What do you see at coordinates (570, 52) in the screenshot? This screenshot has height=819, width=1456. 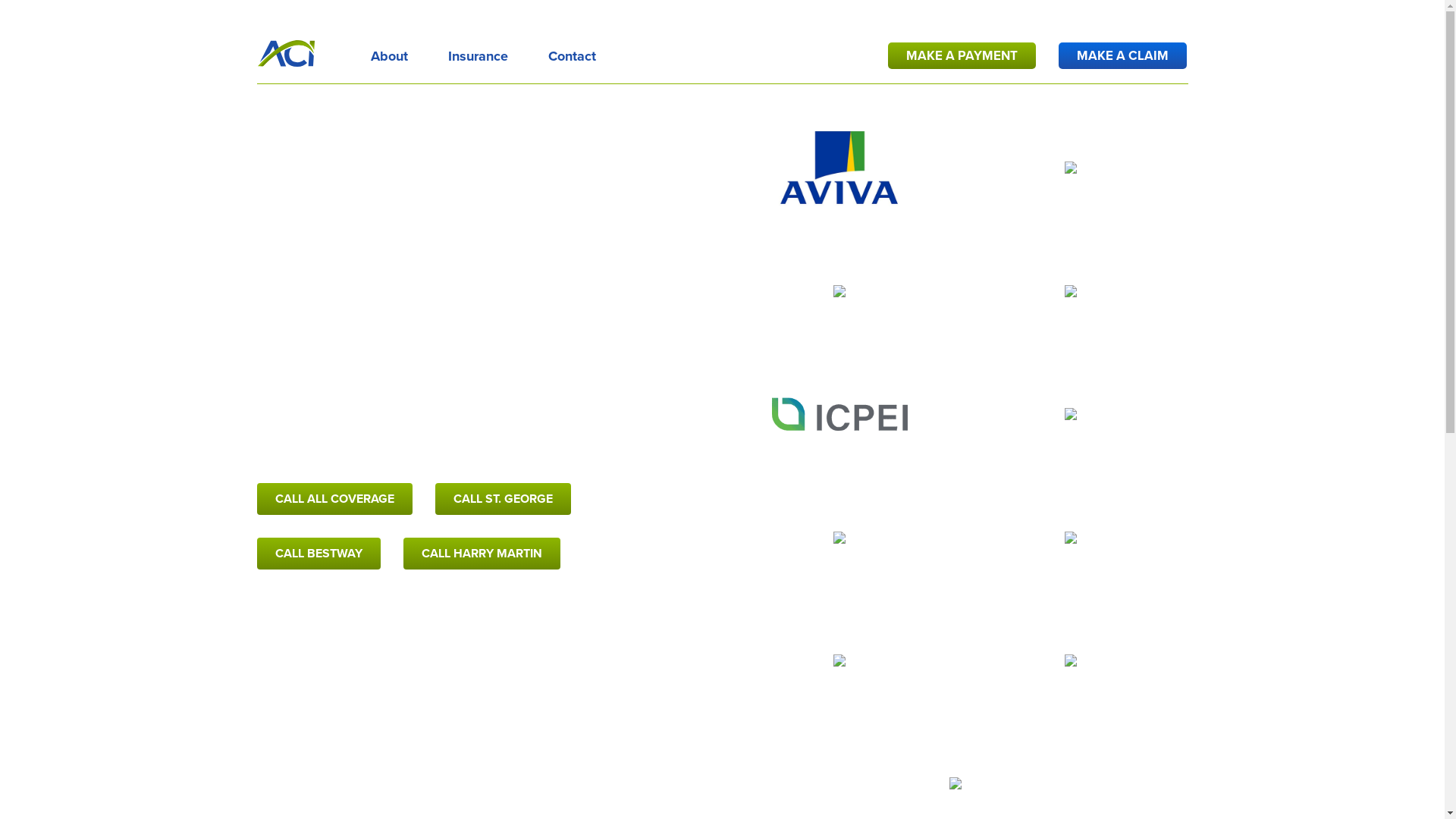 I see `'Contact'` at bounding box center [570, 52].